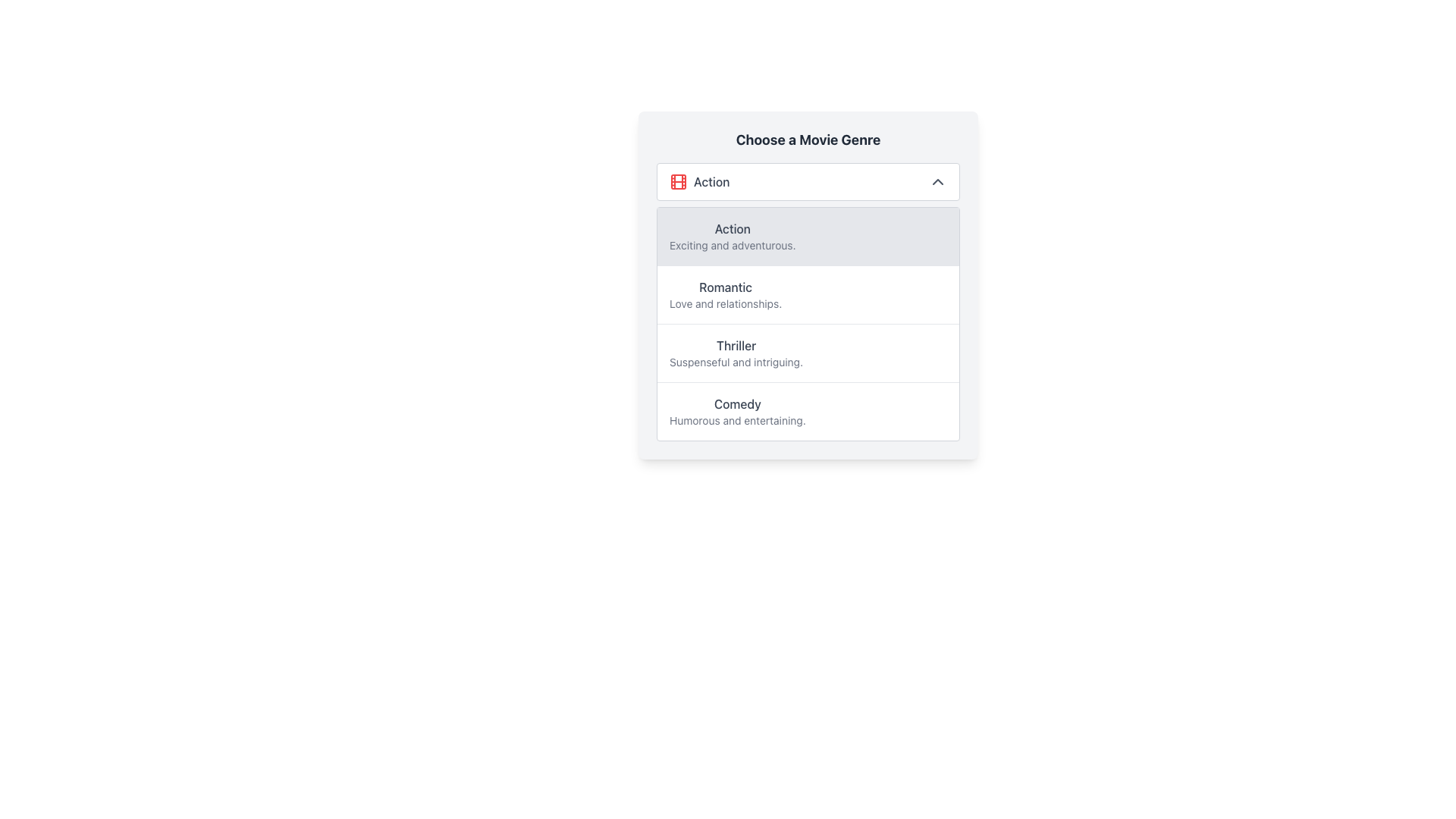  Describe the element at coordinates (733, 245) in the screenshot. I see `the descriptive subtitle Text Label located under the 'Action' heading` at that location.